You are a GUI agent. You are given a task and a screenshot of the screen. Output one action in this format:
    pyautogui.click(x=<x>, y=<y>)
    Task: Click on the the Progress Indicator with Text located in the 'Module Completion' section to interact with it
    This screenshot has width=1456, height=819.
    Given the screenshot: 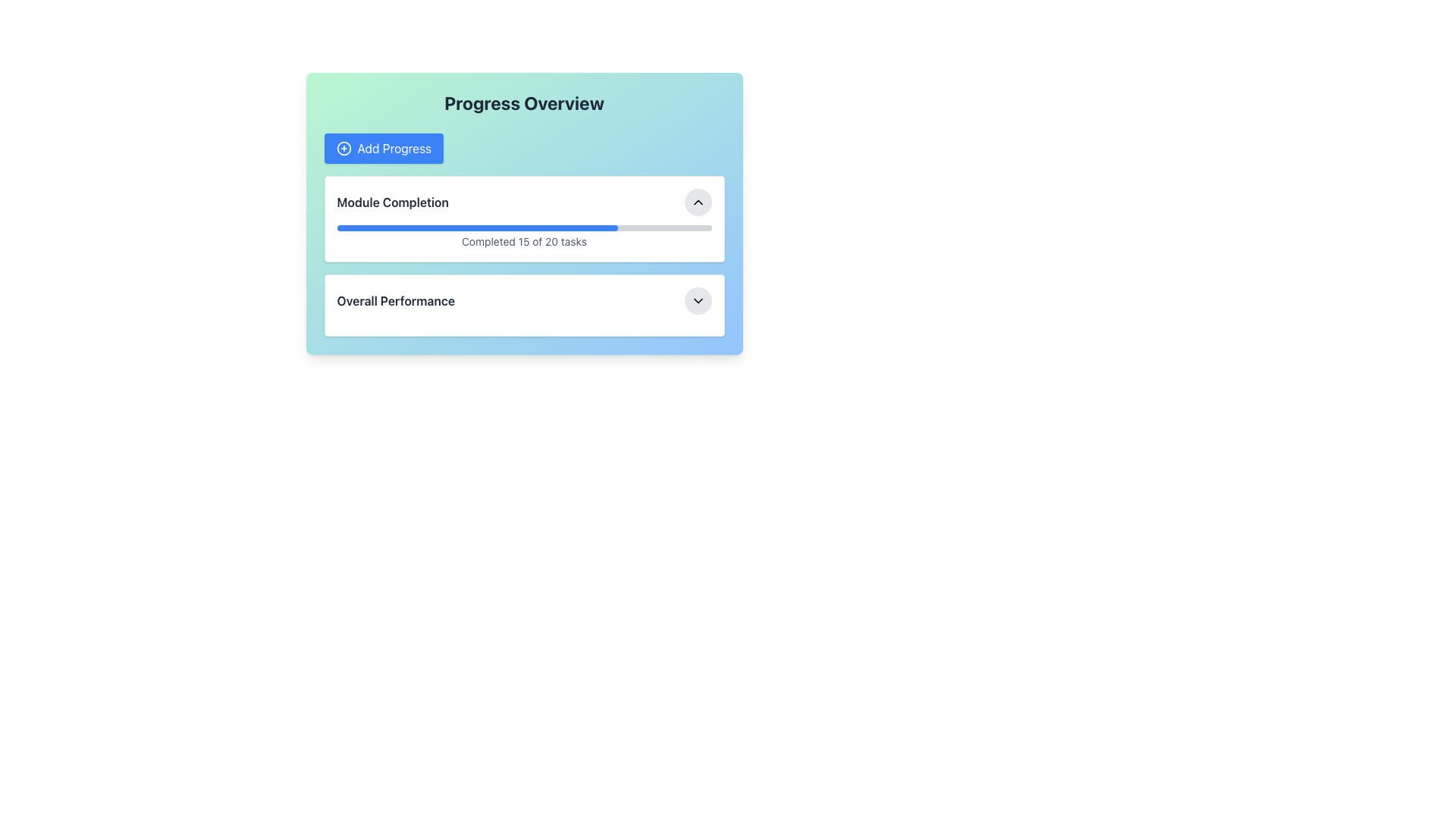 What is the action you would take?
    pyautogui.click(x=524, y=237)
    